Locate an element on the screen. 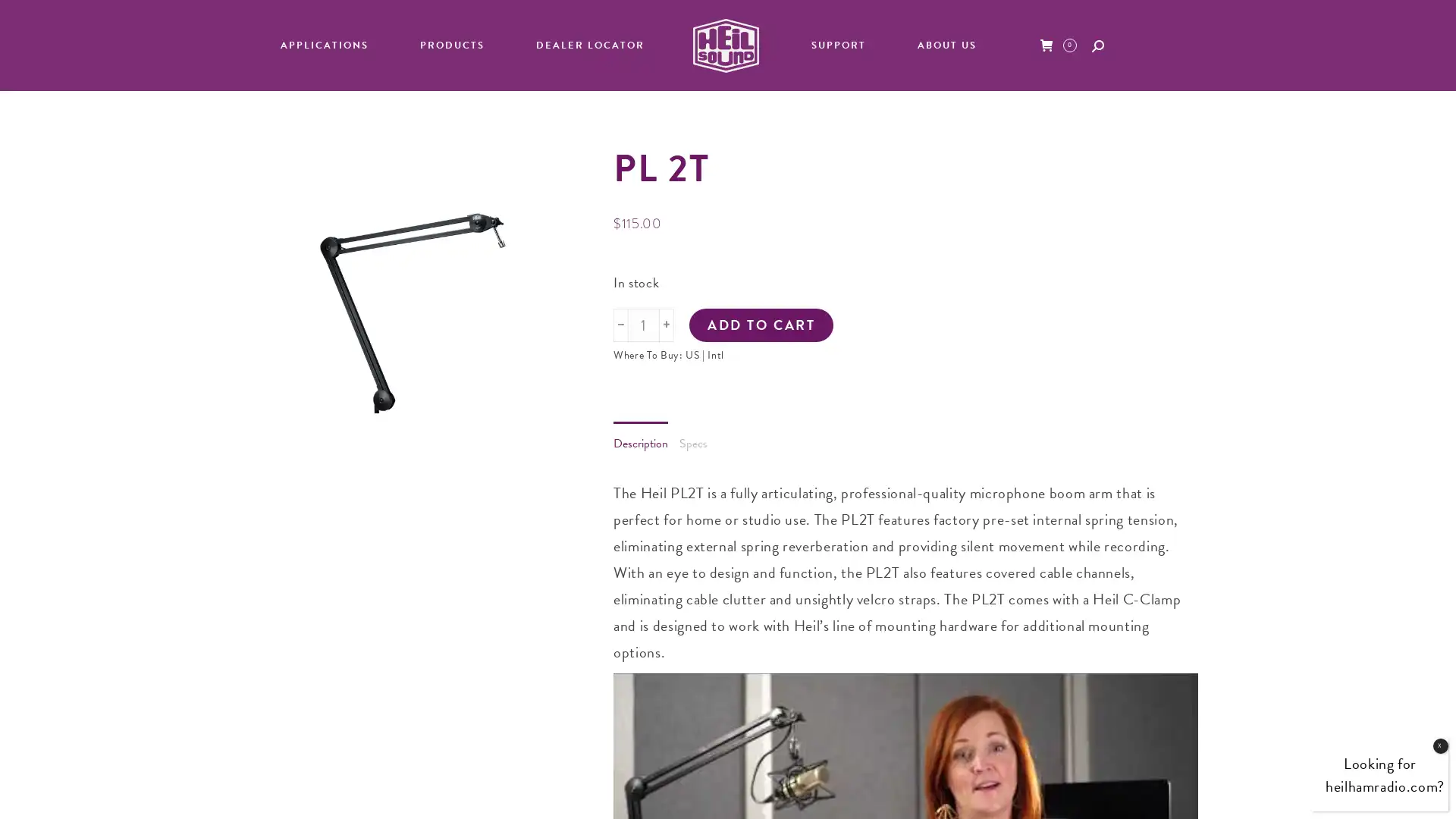 The height and width of the screenshot is (819, 1456). Close is located at coordinates (1440, 745).